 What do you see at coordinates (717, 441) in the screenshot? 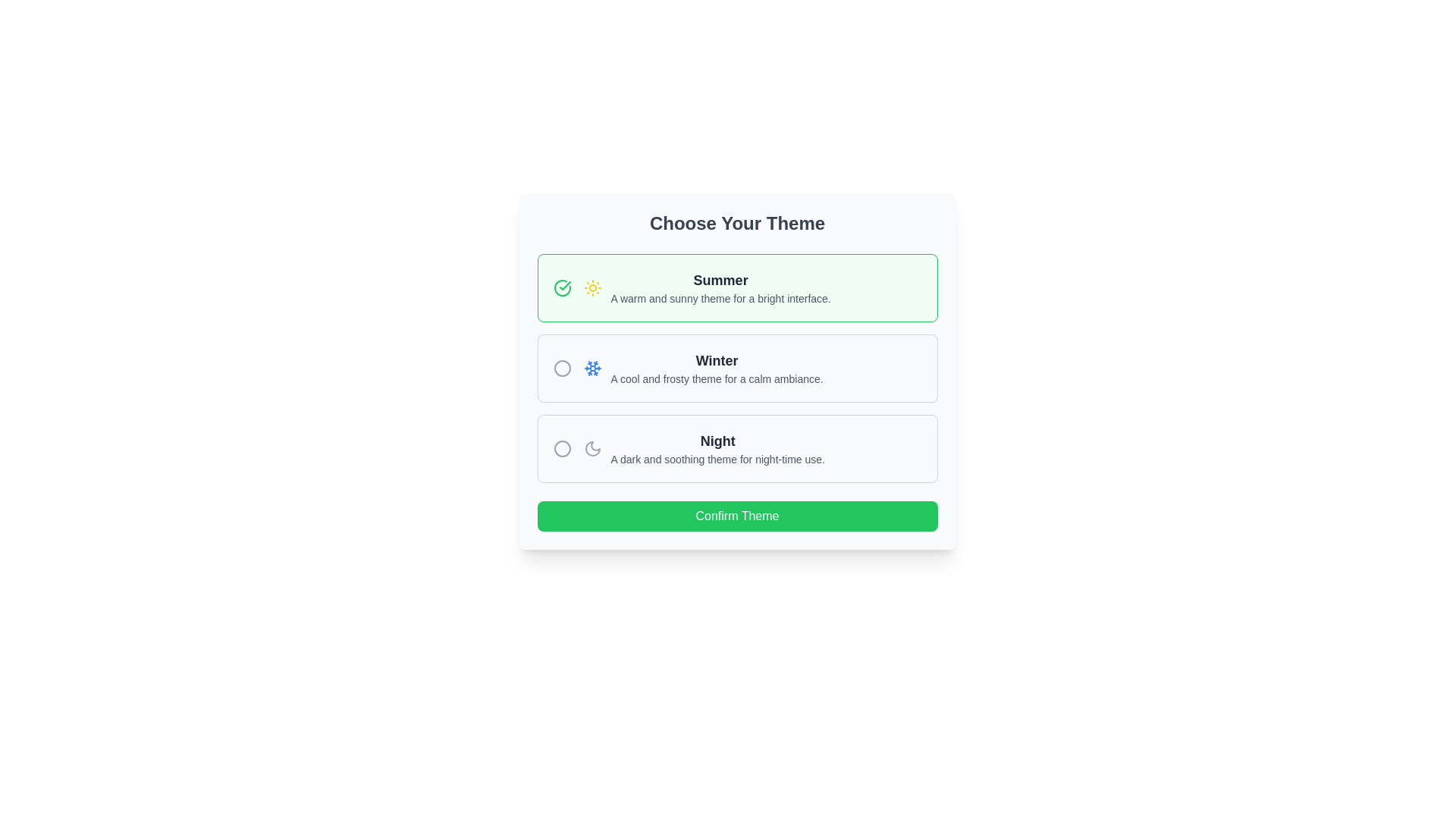
I see `the text label displaying 'Night' in bold, large-sized dark gray font, which serves as the title for a selectable theme option beneath the 'Winter' theme option` at bounding box center [717, 441].